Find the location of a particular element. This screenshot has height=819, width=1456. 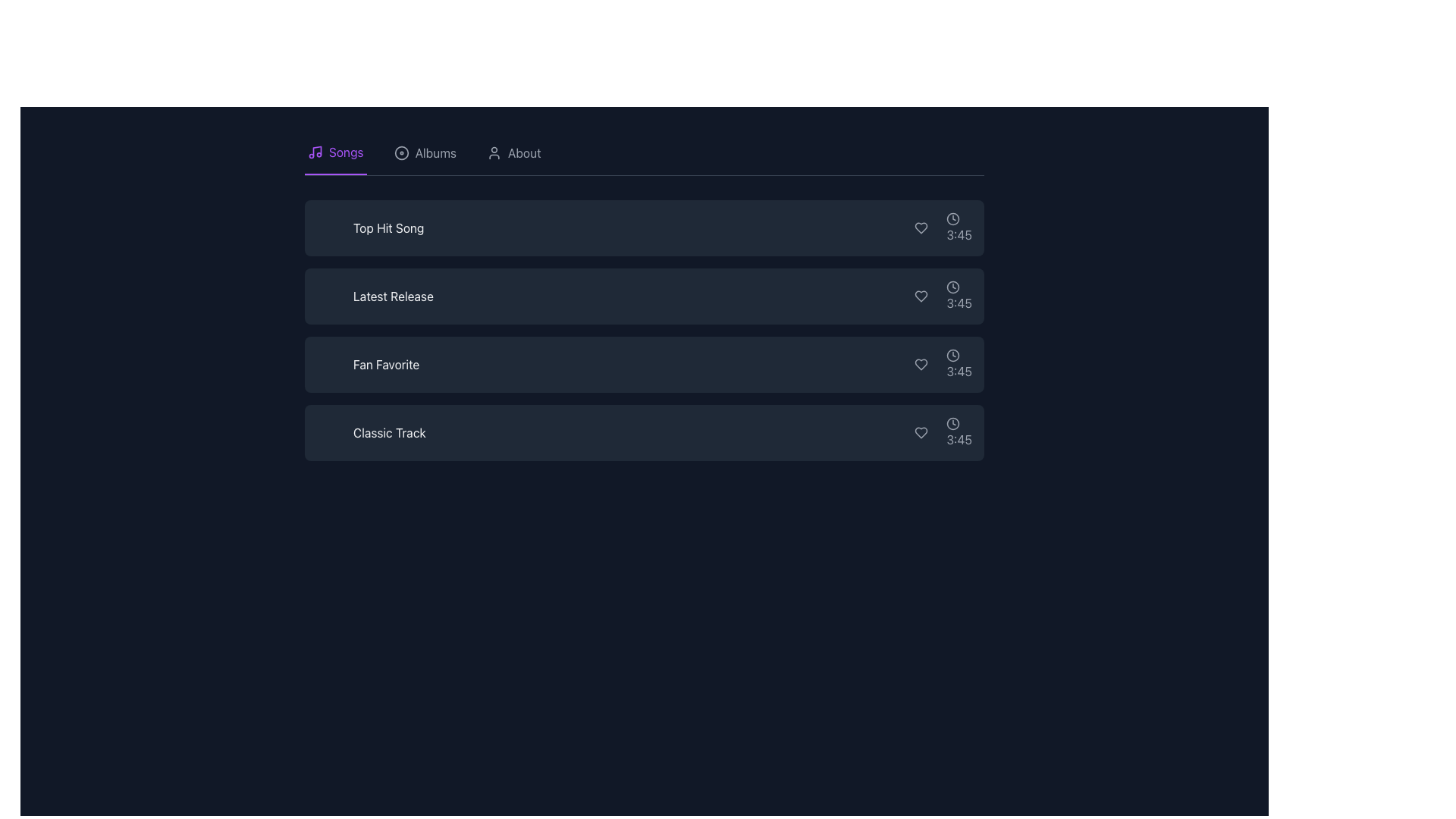

the 'Songs' Icon located in the top left corner of the navigation menu, which is positioned immediately to the left of the 'Songs' label is located at coordinates (315, 152).